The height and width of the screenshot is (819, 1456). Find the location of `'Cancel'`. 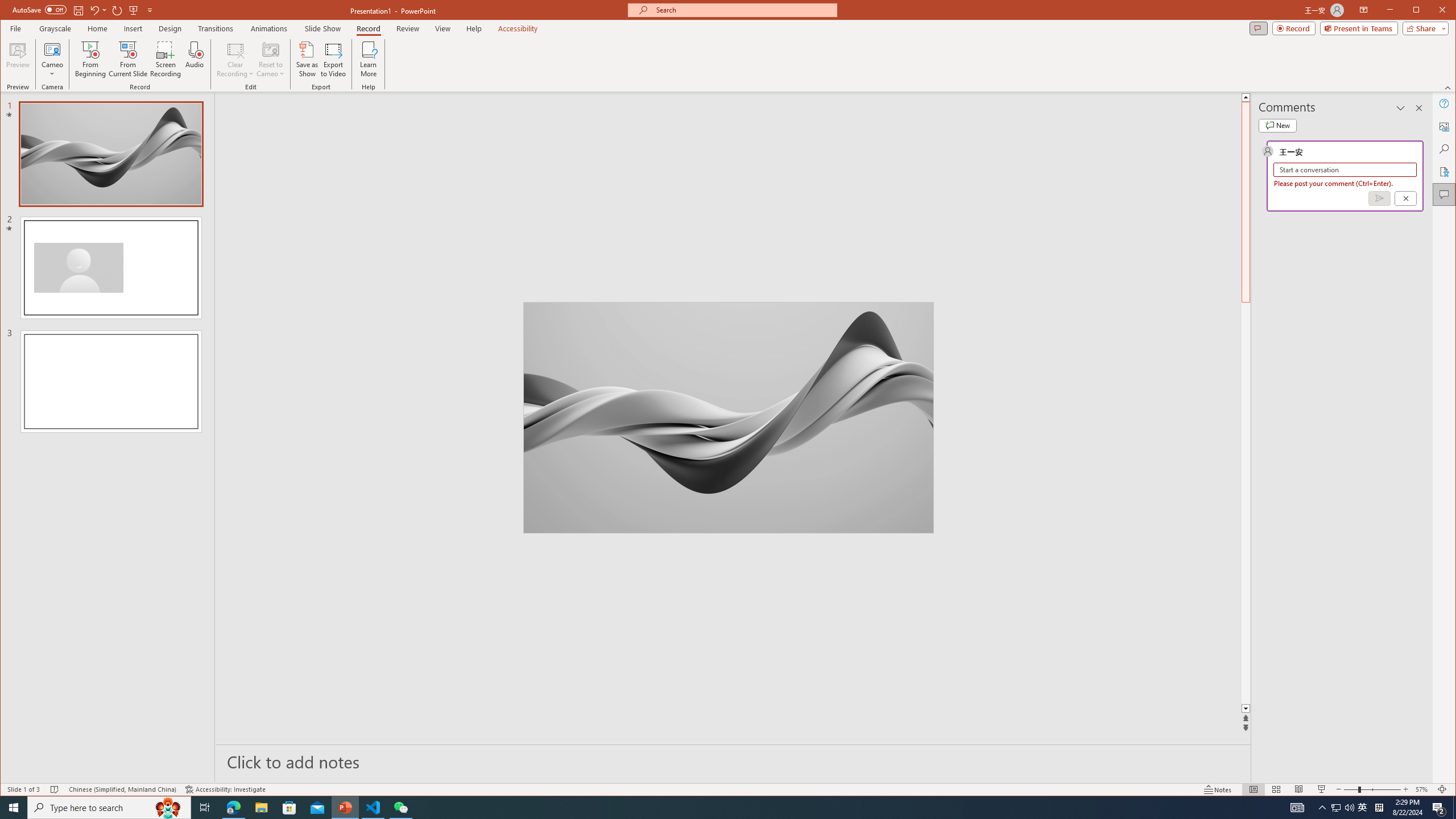

'Cancel' is located at coordinates (1405, 198).